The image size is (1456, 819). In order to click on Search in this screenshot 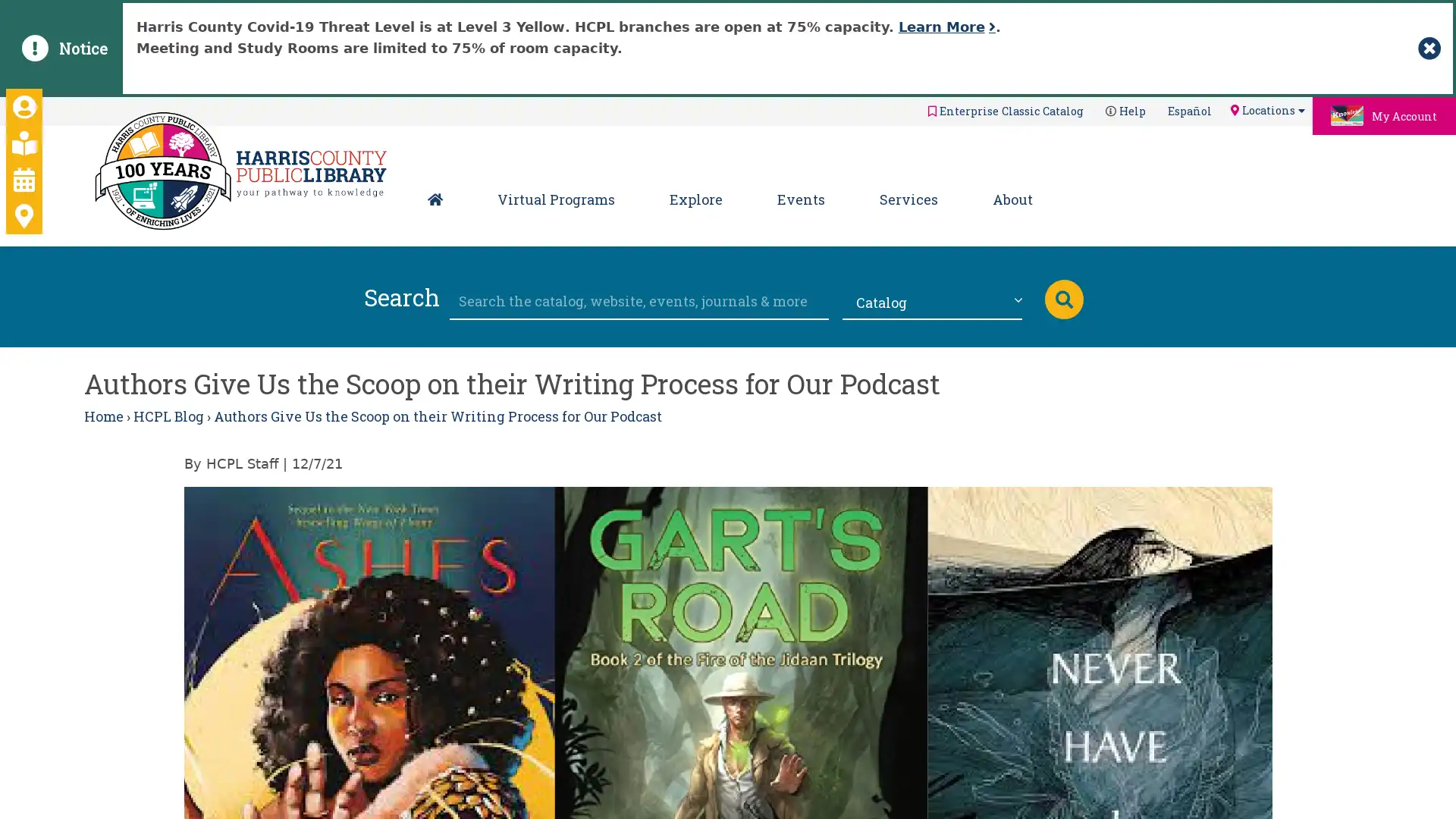, I will do `click(1062, 298)`.